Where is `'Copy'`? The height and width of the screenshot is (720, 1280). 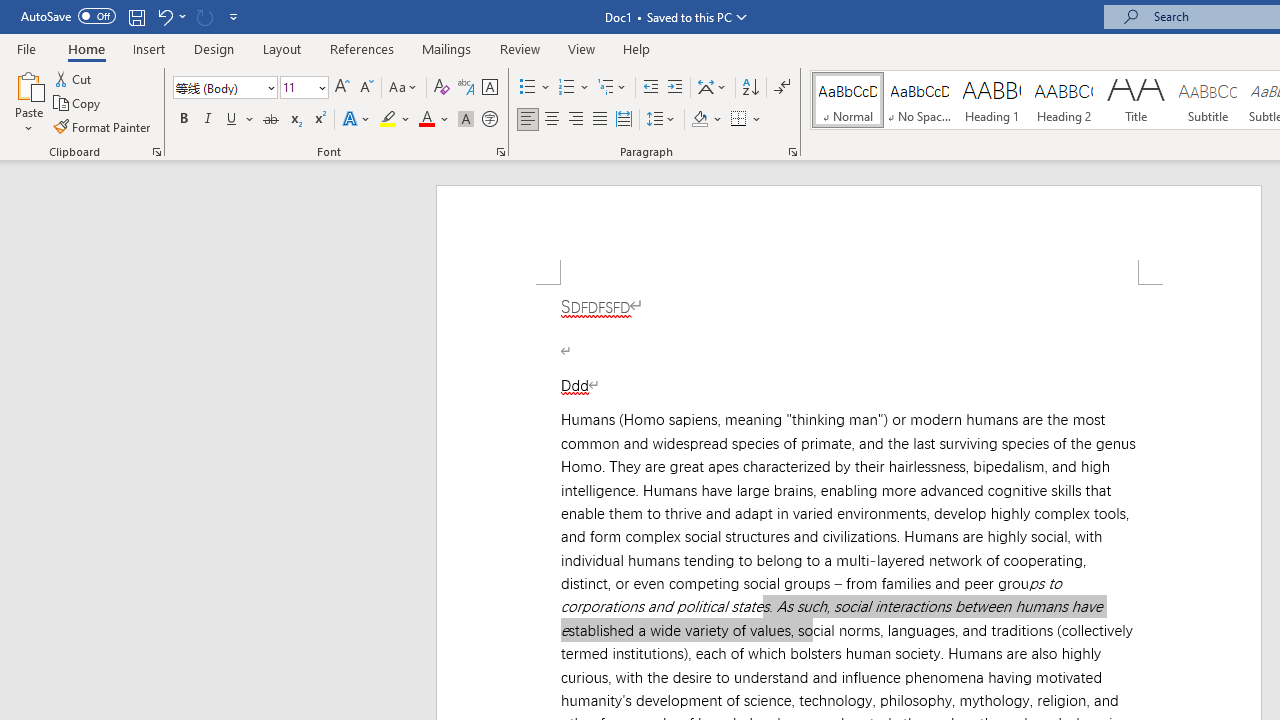 'Copy' is located at coordinates (78, 103).